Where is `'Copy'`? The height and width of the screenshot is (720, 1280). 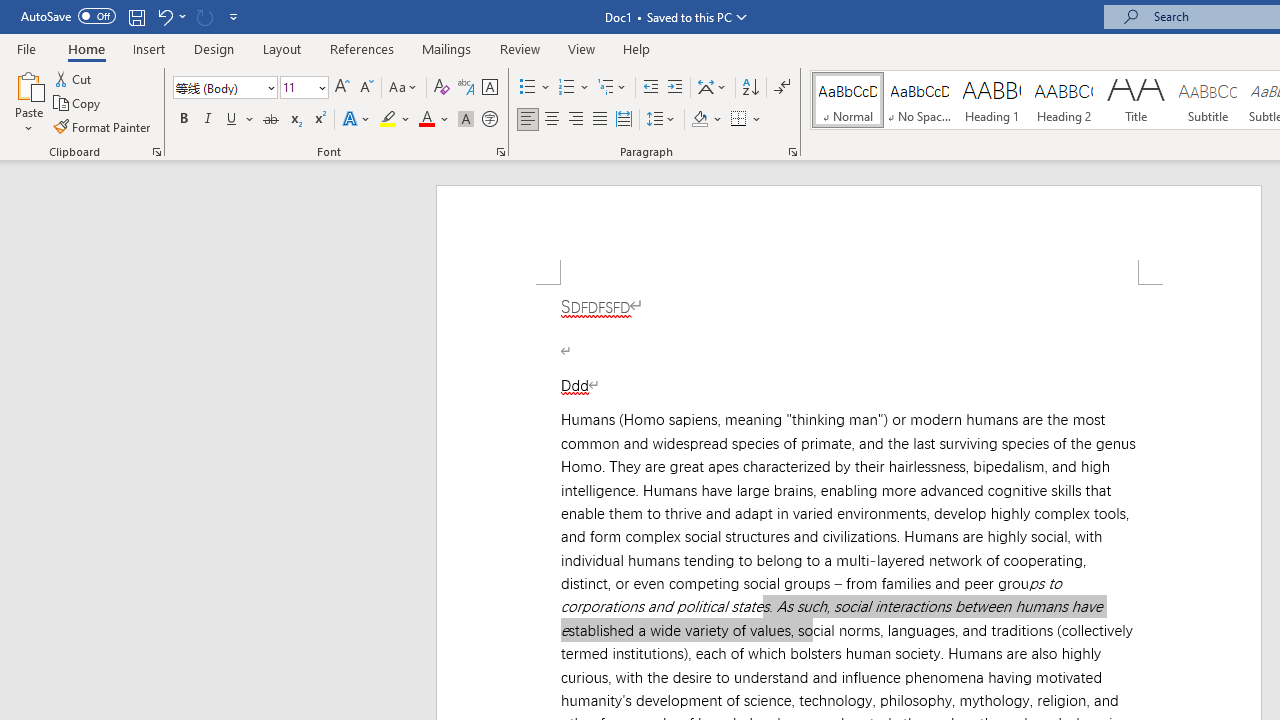 'Copy' is located at coordinates (78, 103).